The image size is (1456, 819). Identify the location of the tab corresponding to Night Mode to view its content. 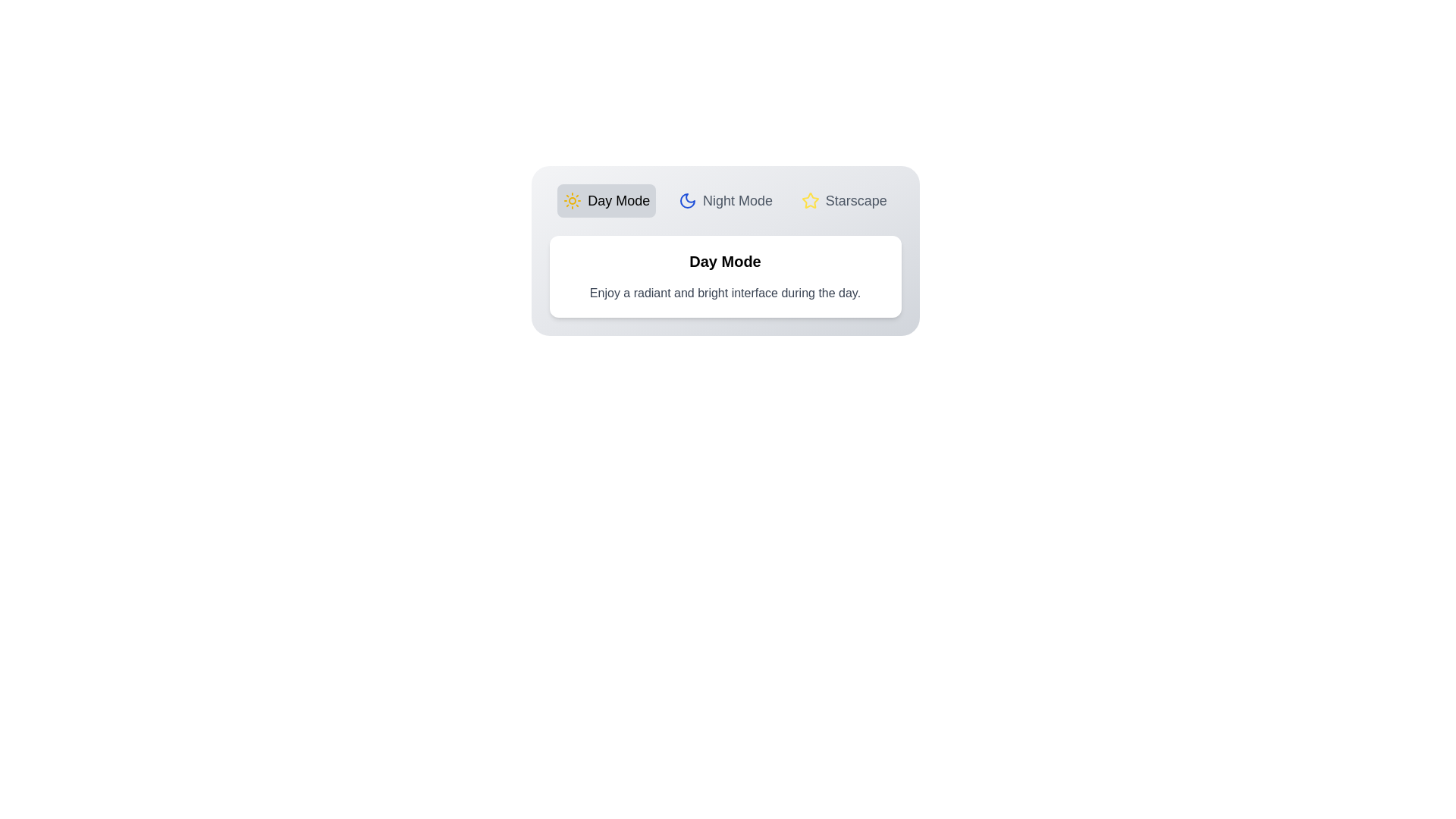
(724, 200).